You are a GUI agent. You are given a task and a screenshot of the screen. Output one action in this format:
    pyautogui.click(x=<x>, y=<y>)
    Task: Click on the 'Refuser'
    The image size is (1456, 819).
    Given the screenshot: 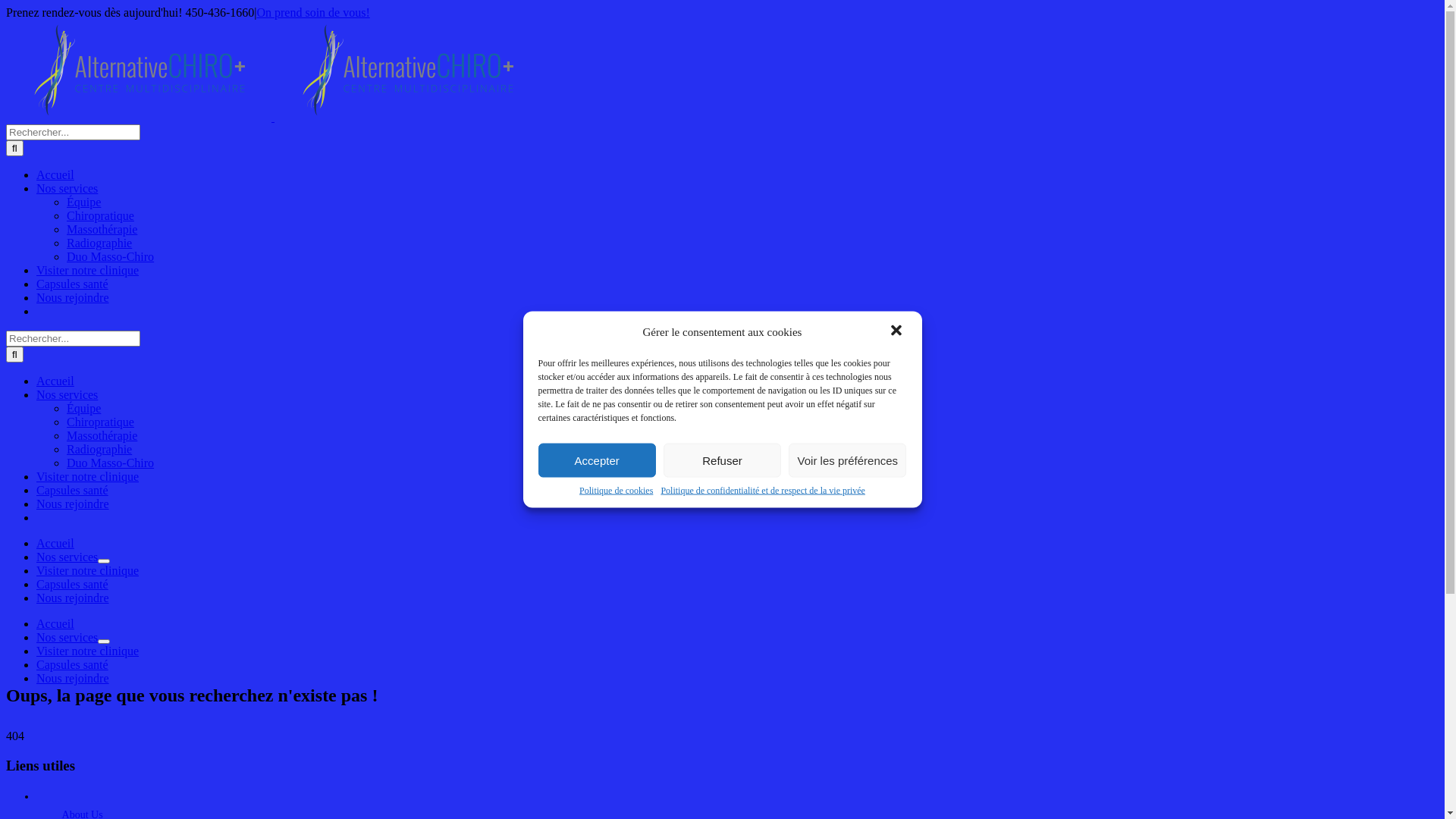 What is the action you would take?
    pyautogui.click(x=663, y=459)
    